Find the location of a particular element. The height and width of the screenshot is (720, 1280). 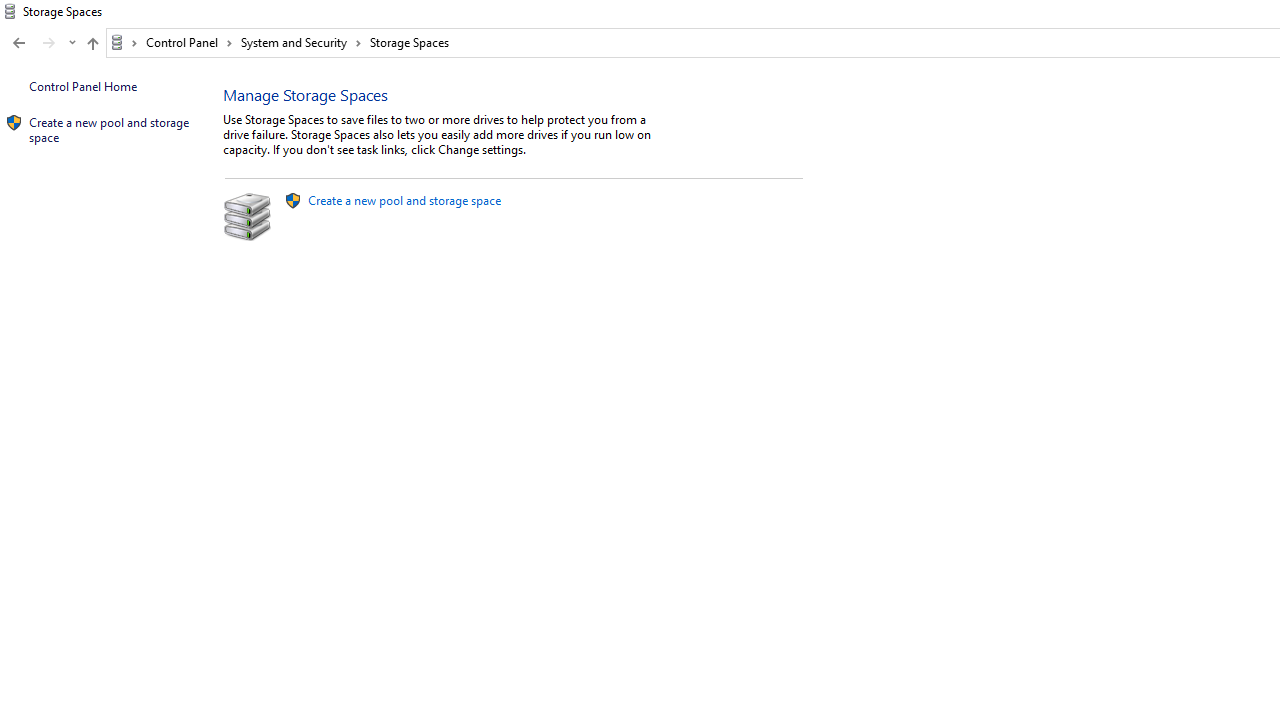

'System' is located at coordinates (10, 11).